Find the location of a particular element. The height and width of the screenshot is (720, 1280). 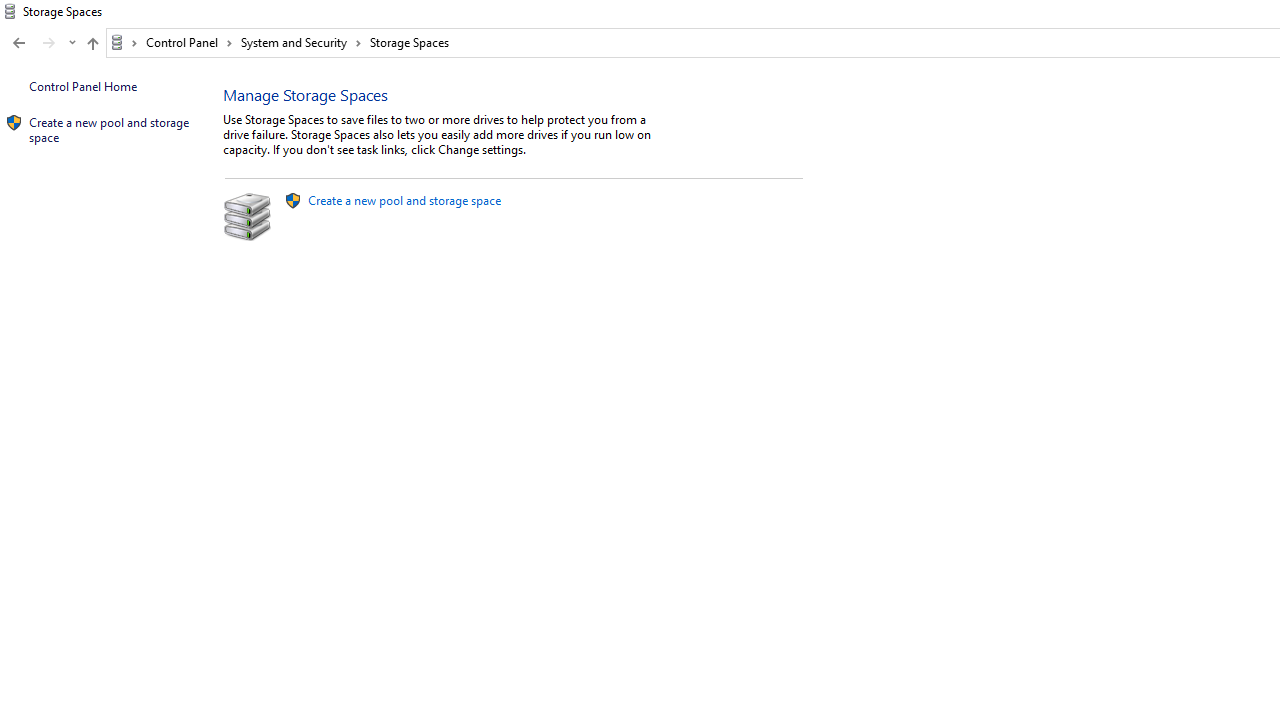

'System' is located at coordinates (10, 11).